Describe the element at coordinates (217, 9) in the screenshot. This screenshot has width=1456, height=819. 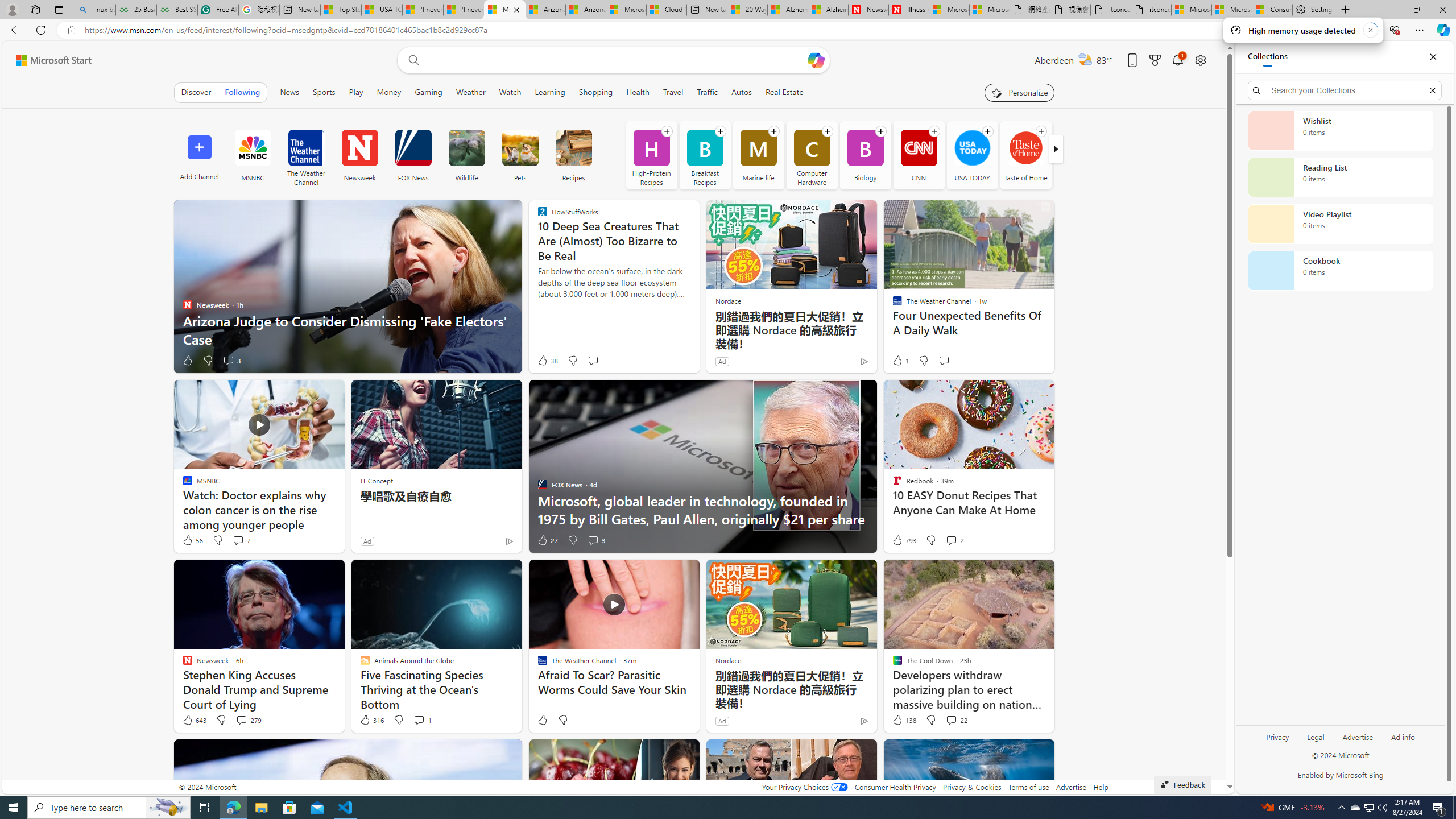
I see `'Free AI Writing Assistance for Students | Grammarly'` at that location.